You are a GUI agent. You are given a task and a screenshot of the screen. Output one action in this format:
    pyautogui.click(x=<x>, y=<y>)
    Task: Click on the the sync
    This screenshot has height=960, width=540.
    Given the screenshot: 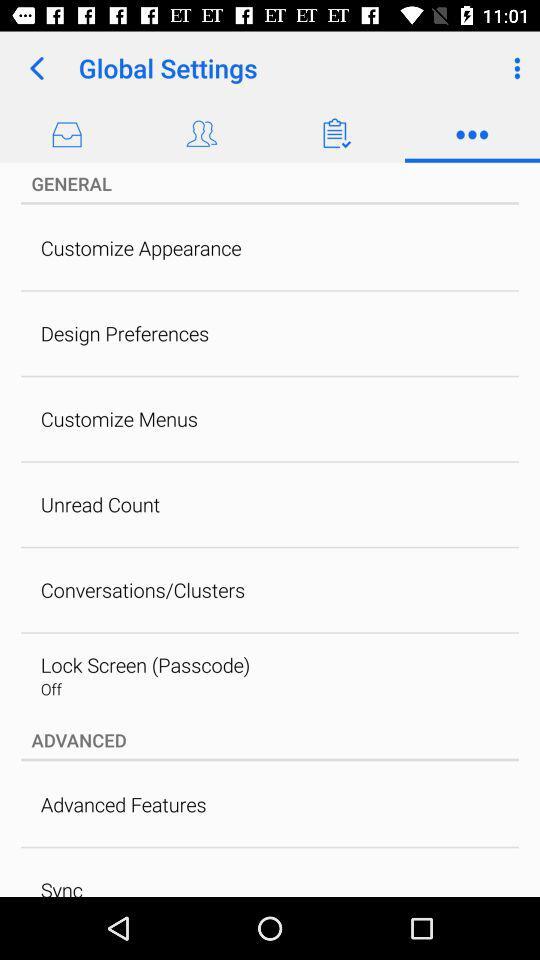 What is the action you would take?
    pyautogui.click(x=61, y=885)
    